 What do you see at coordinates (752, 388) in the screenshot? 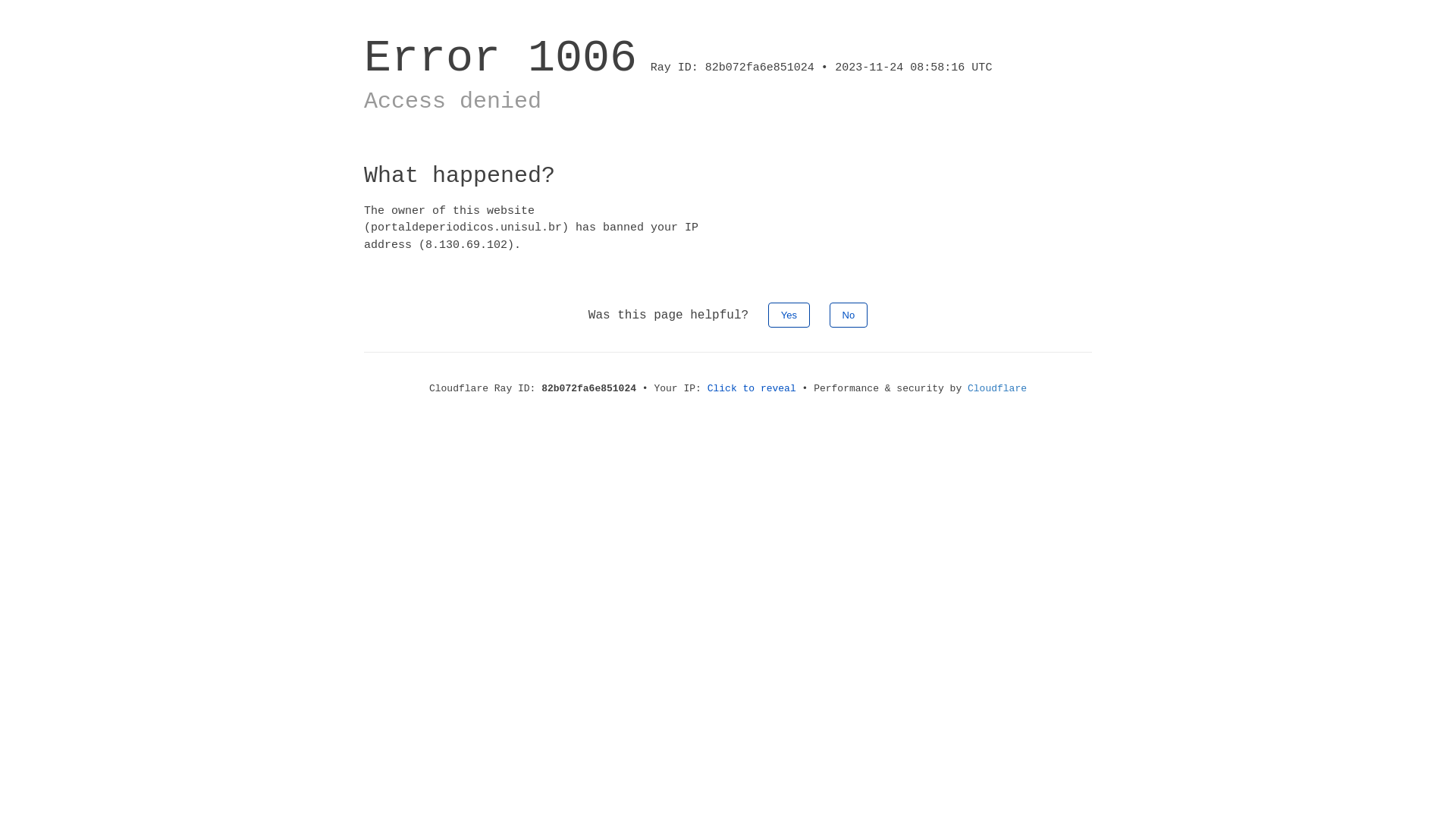
I see `'Click to reveal'` at bounding box center [752, 388].